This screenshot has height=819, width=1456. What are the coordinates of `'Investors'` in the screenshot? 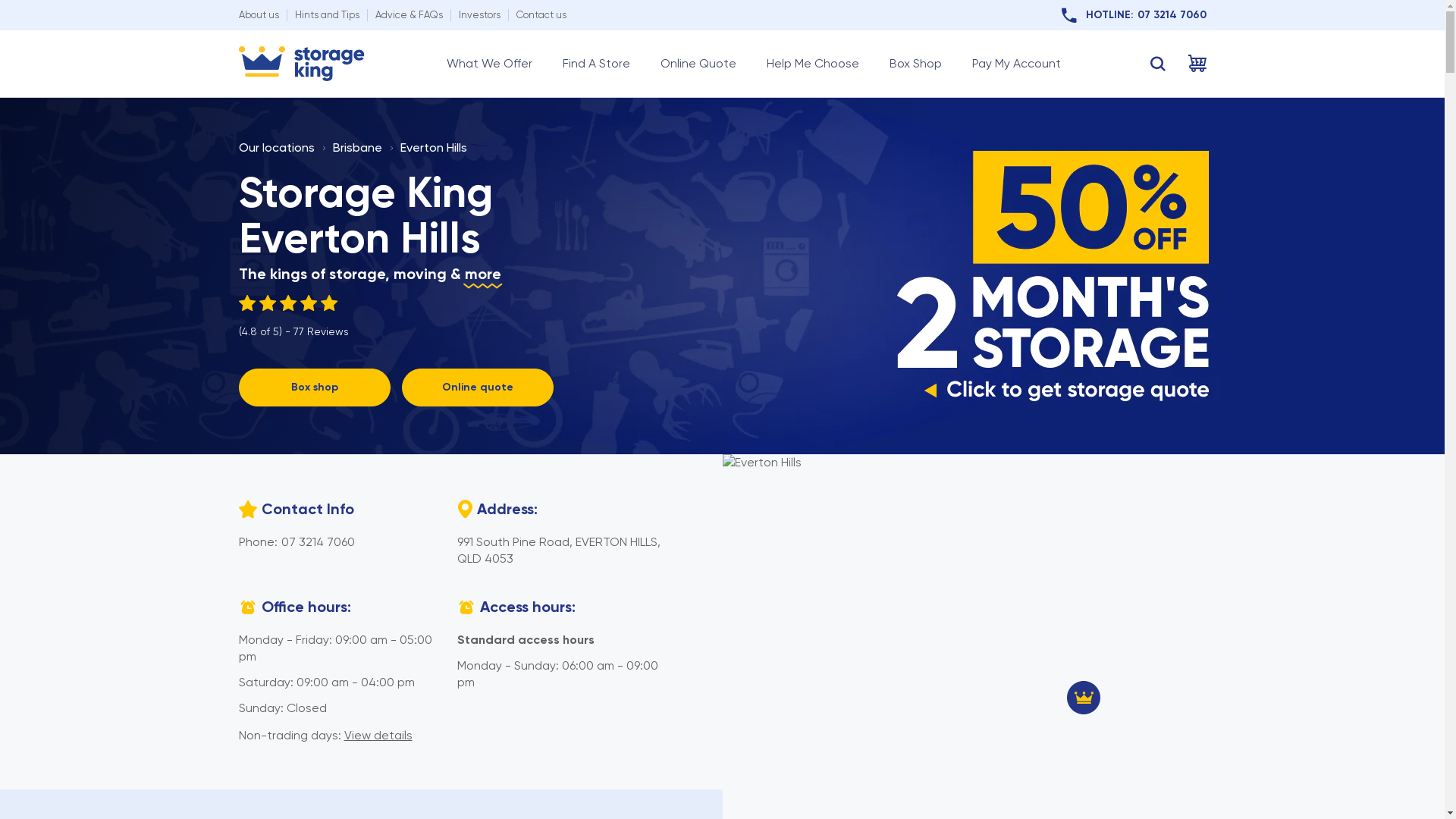 It's located at (478, 14).